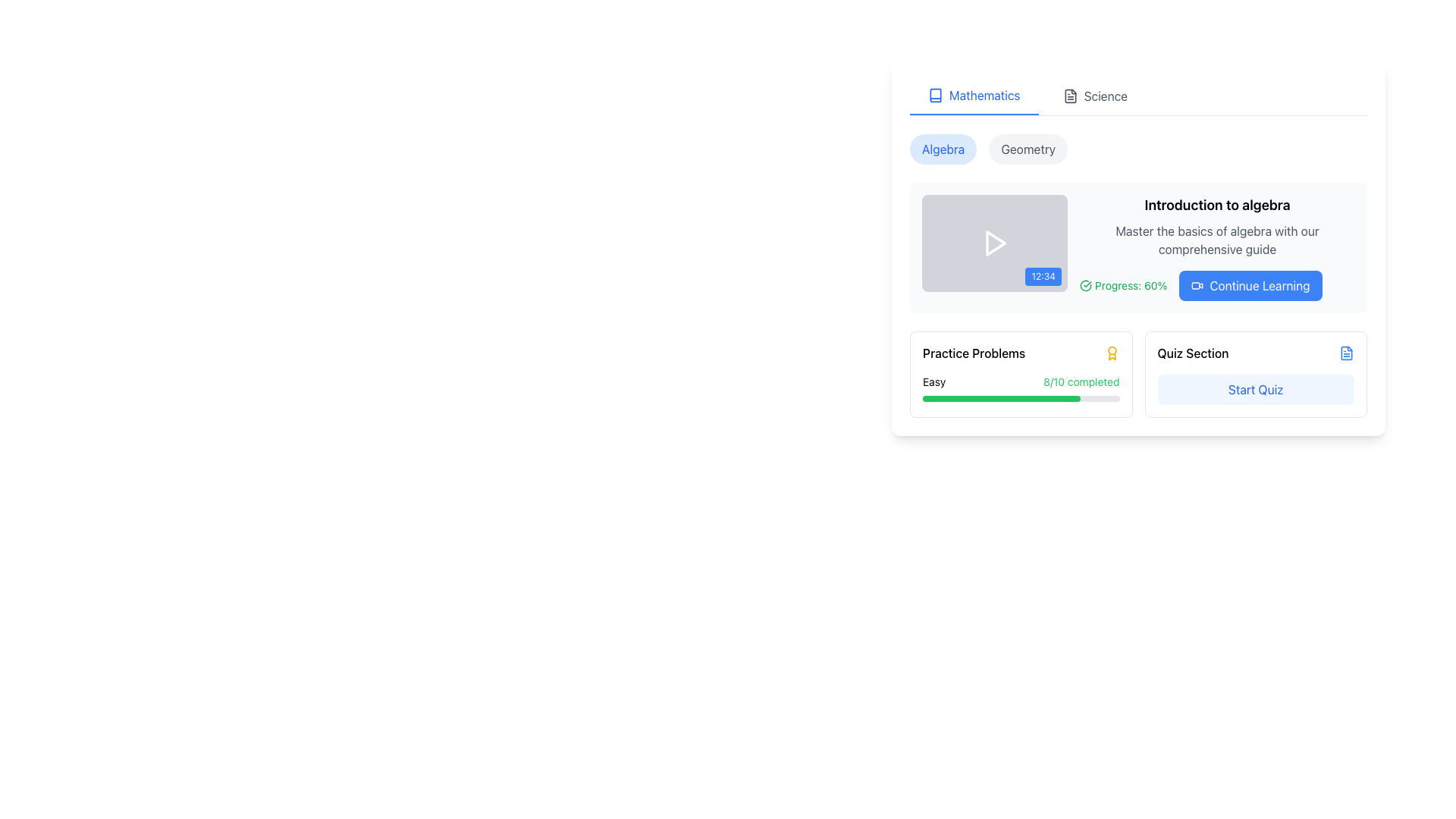  What do you see at coordinates (1069, 96) in the screenshot?
I see `the rectangular body of the file icon in the SVG component adjacent to the 'Science' tab` at bounding box center [1069, 96].